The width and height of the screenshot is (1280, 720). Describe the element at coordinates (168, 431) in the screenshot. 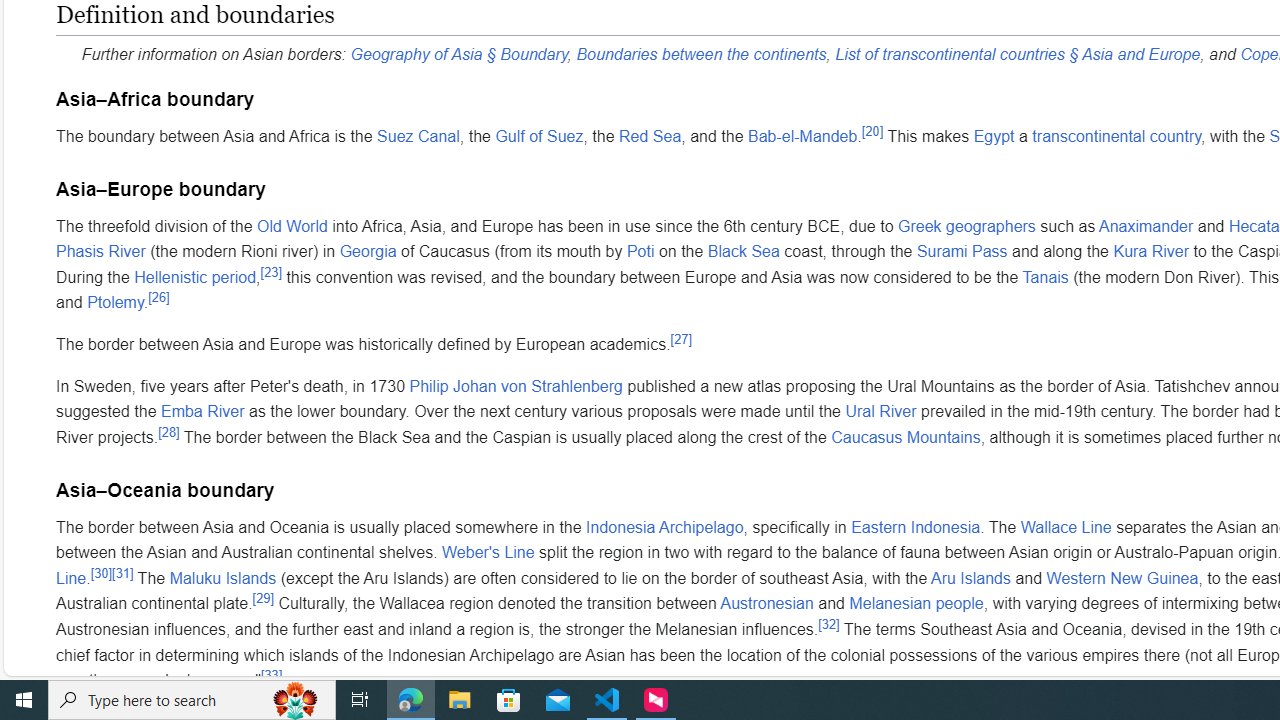

I see `'[28]'` at that location.